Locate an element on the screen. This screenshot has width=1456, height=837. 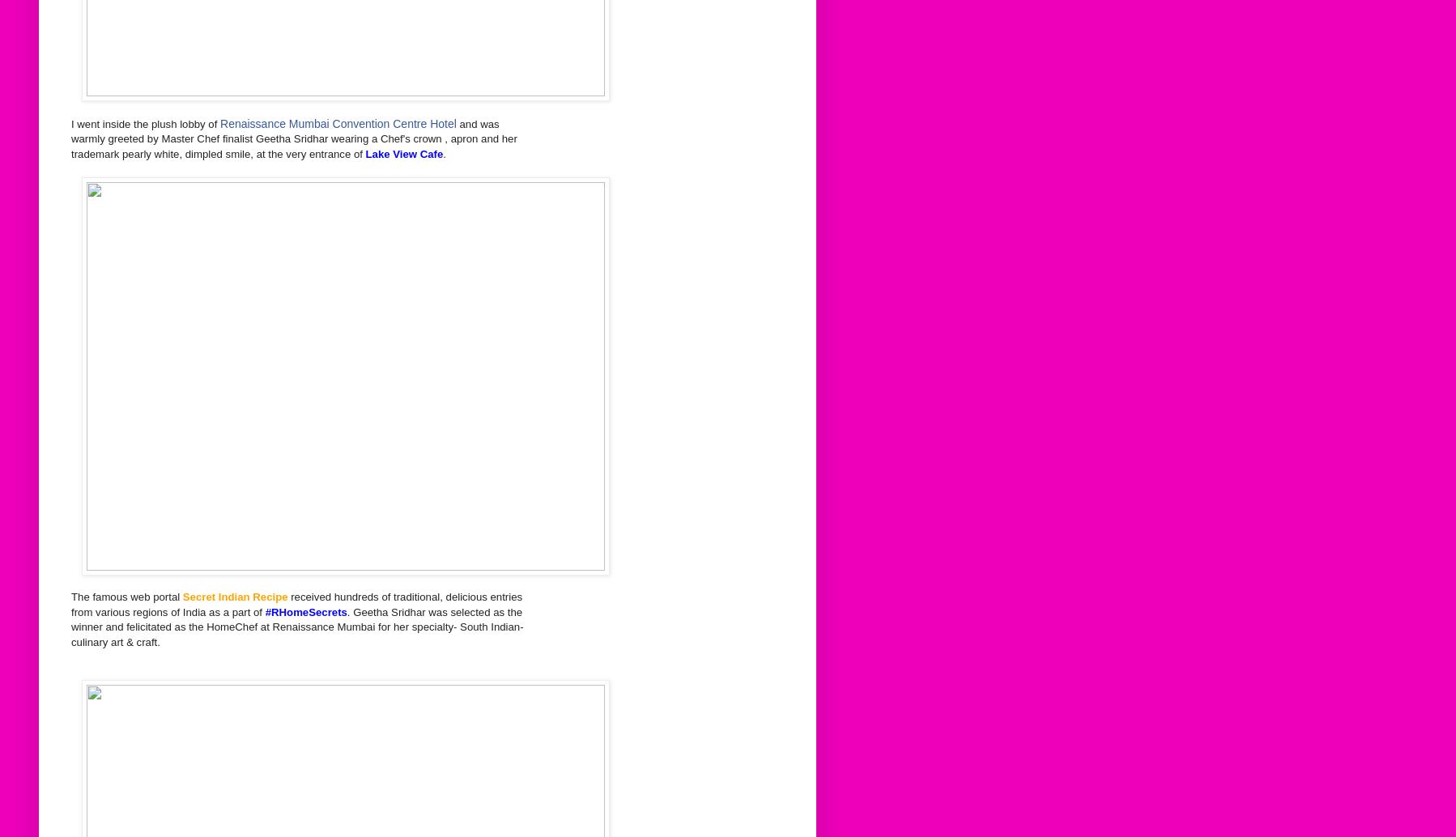
'Secret Indian Recipe' is located at coordinates (235, 597).